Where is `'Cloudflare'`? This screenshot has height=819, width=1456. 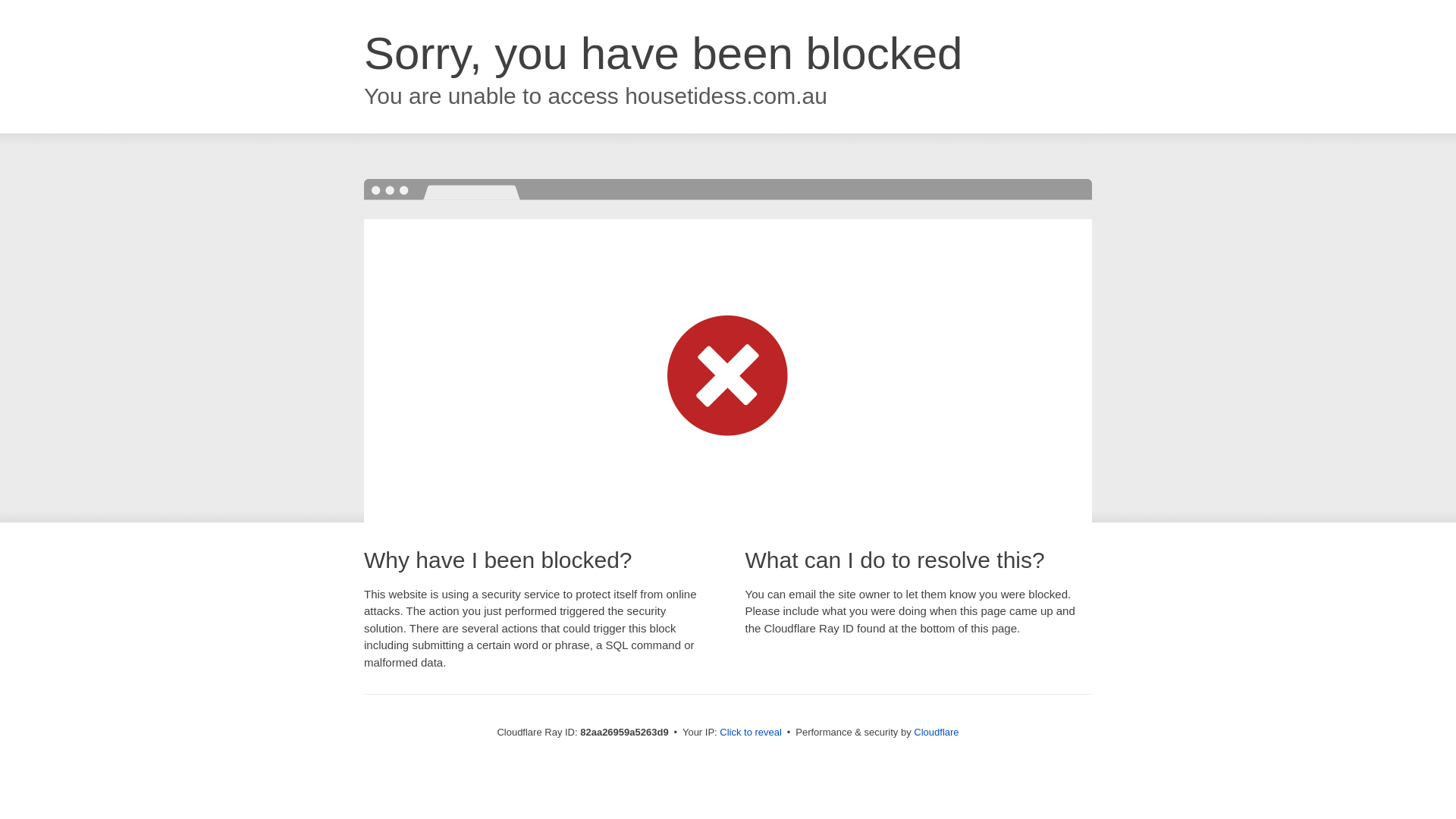
'Cloudflare' is located at coordinates (935, 731).